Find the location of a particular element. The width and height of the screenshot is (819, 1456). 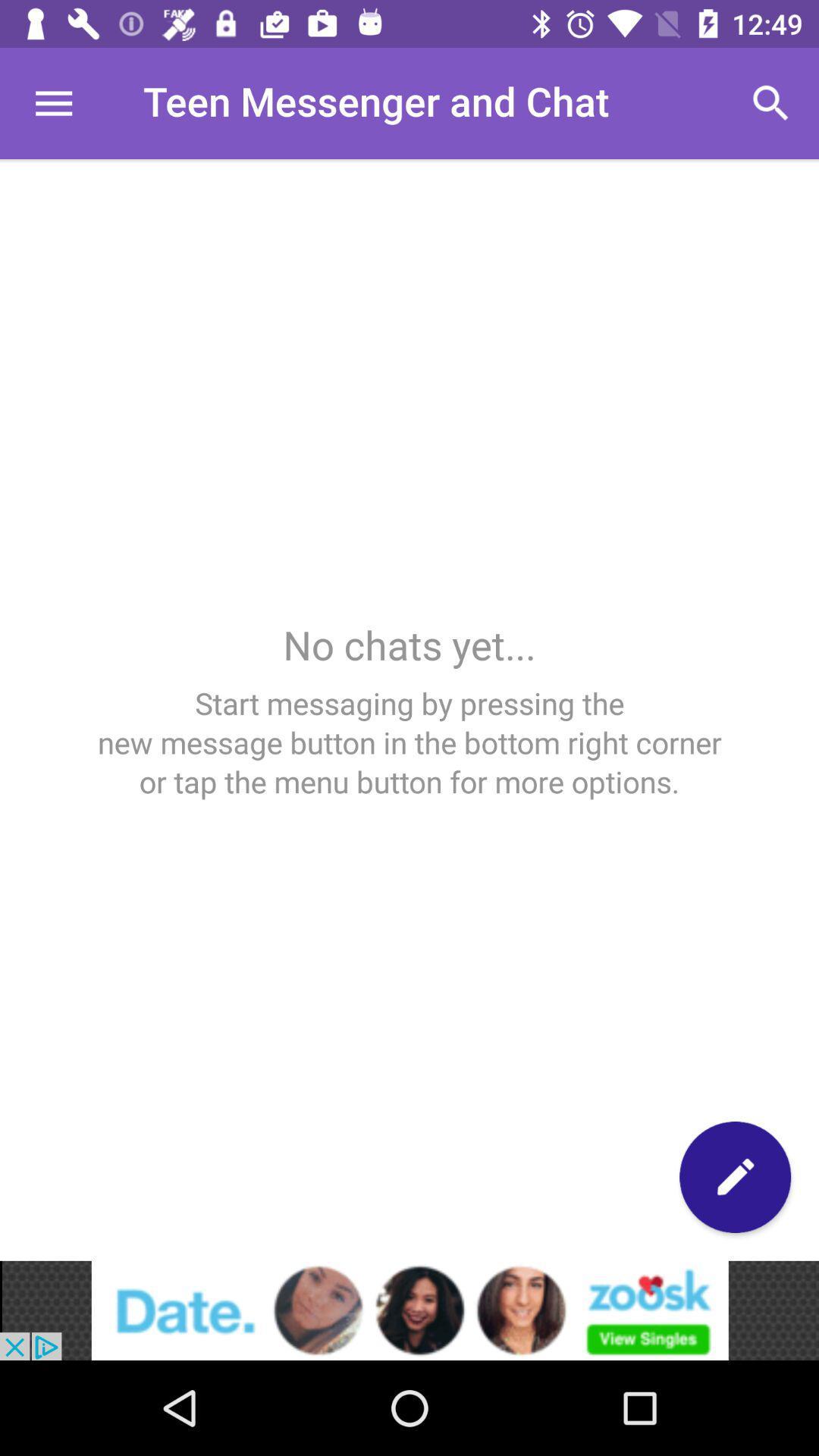

advertisement is located at coordinates (409, 1310).